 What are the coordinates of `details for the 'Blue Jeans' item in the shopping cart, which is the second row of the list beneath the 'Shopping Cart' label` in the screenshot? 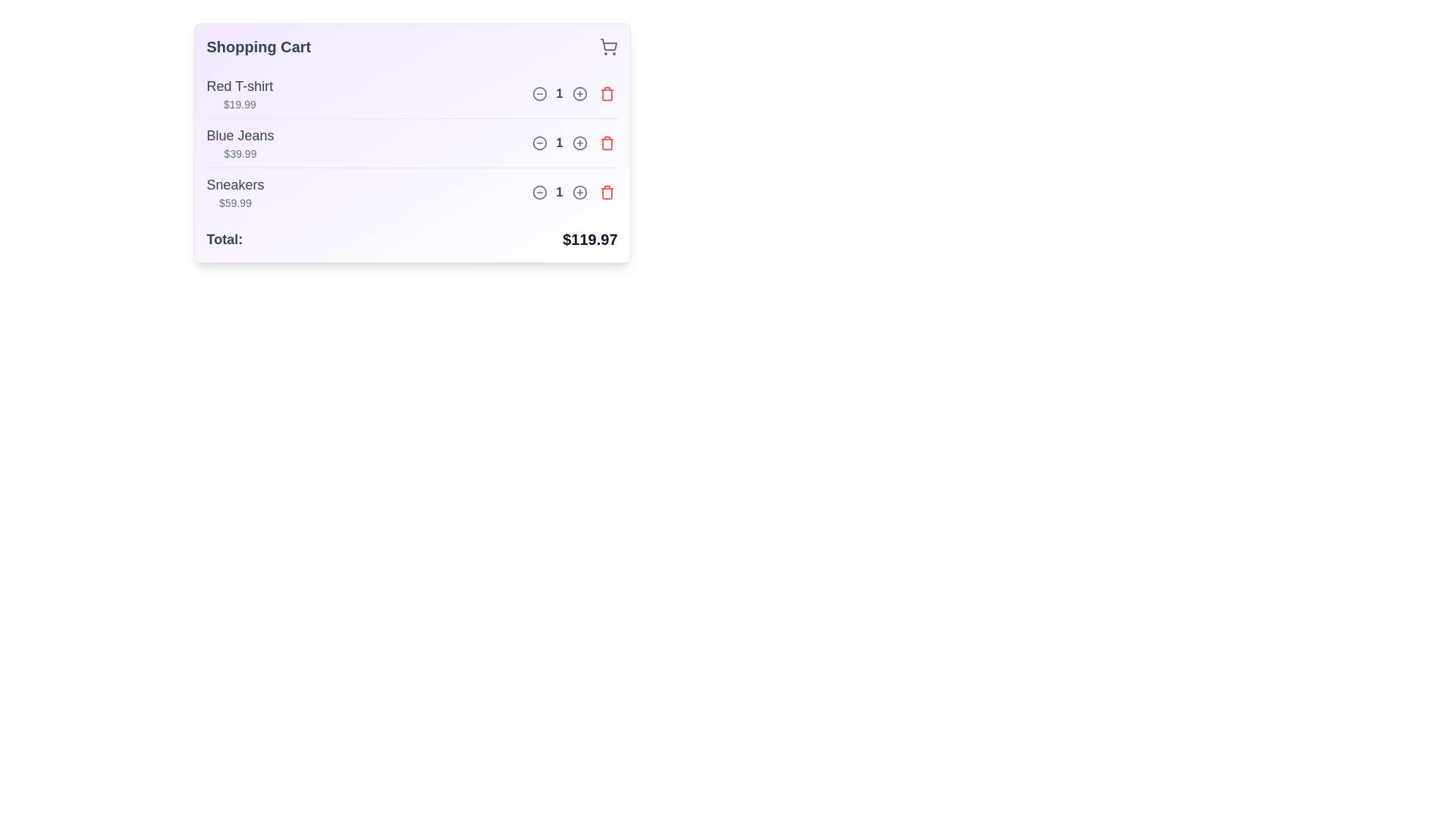 It's located at (412, 143).